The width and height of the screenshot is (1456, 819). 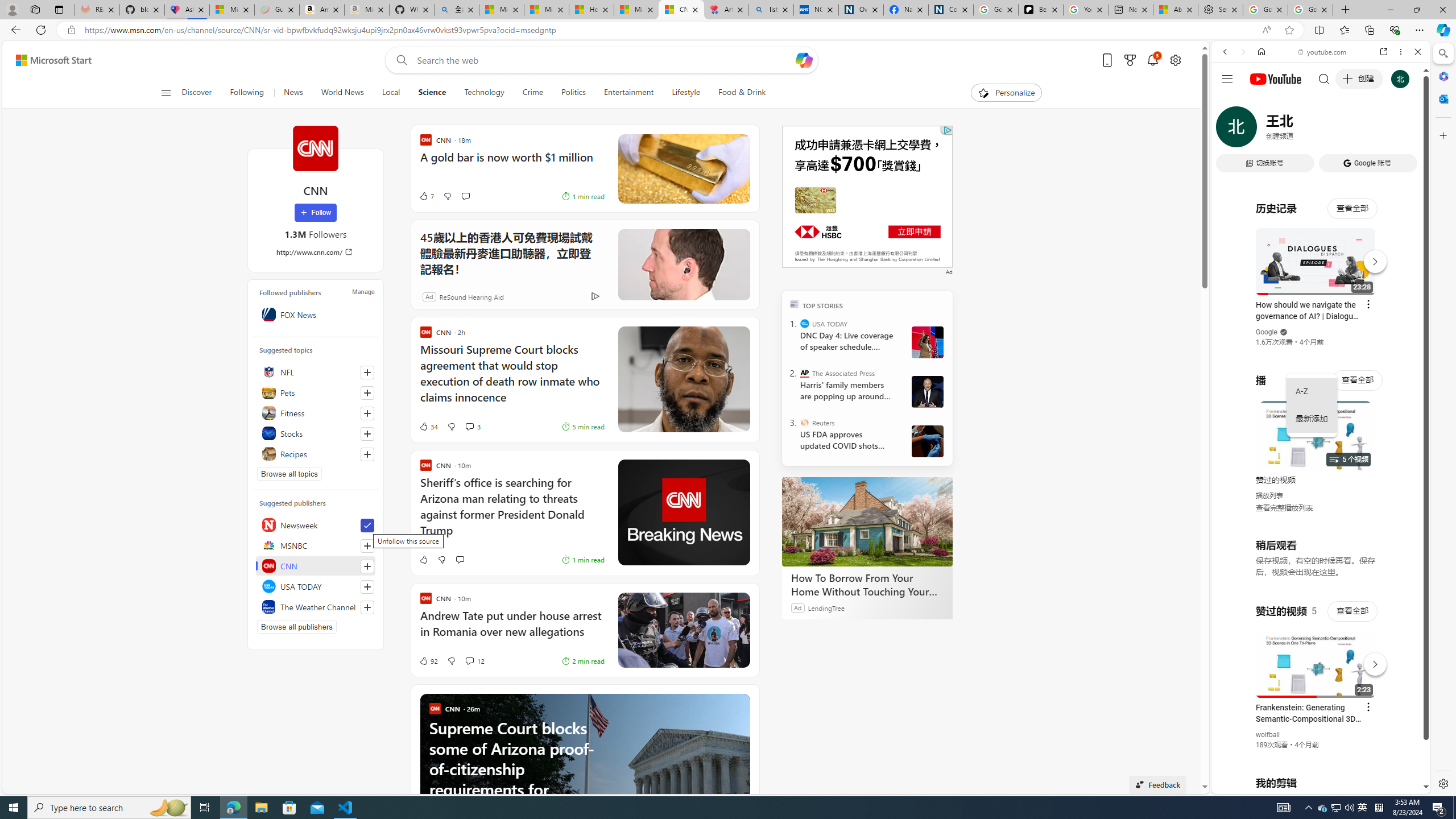 What do you see at coordinates (867, 521) in the screenshot?
I see `'How To Borrow From Your Home Without Touching Your Mortgage'` at bounding box center [867, 521].